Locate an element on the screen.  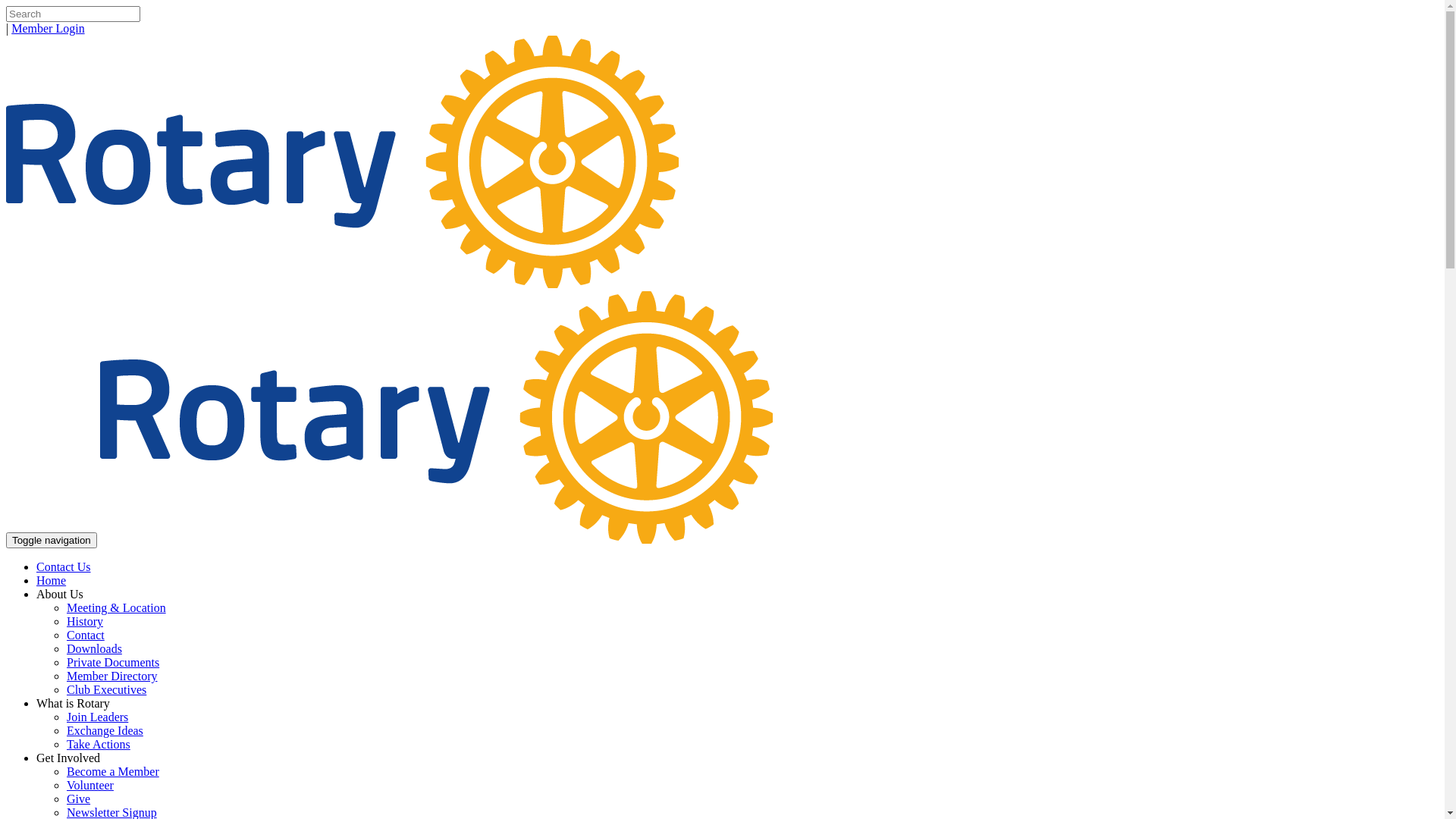
'Toggle navigation' is located at coordinates (51, 539).